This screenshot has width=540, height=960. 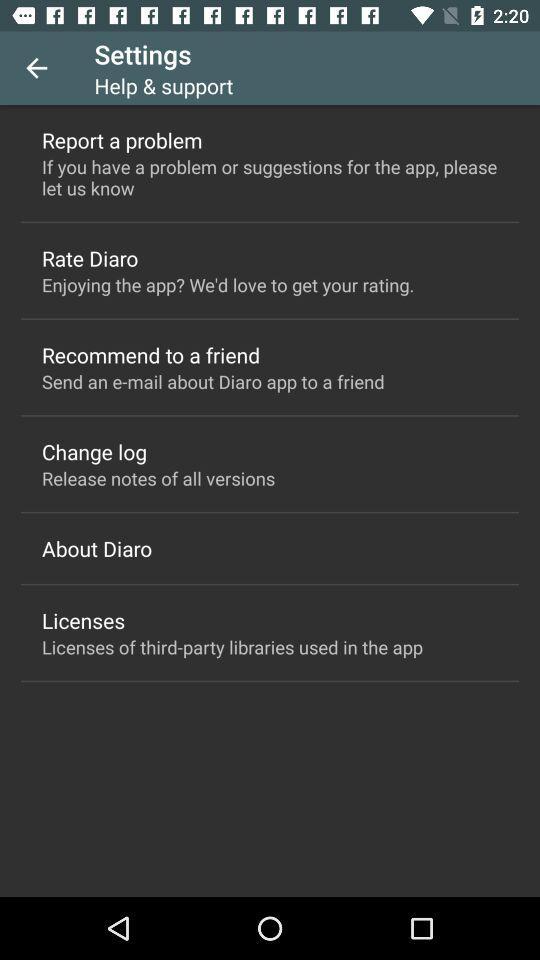 I want to click on icon below the if you have icon, so click(x=89, y=257).